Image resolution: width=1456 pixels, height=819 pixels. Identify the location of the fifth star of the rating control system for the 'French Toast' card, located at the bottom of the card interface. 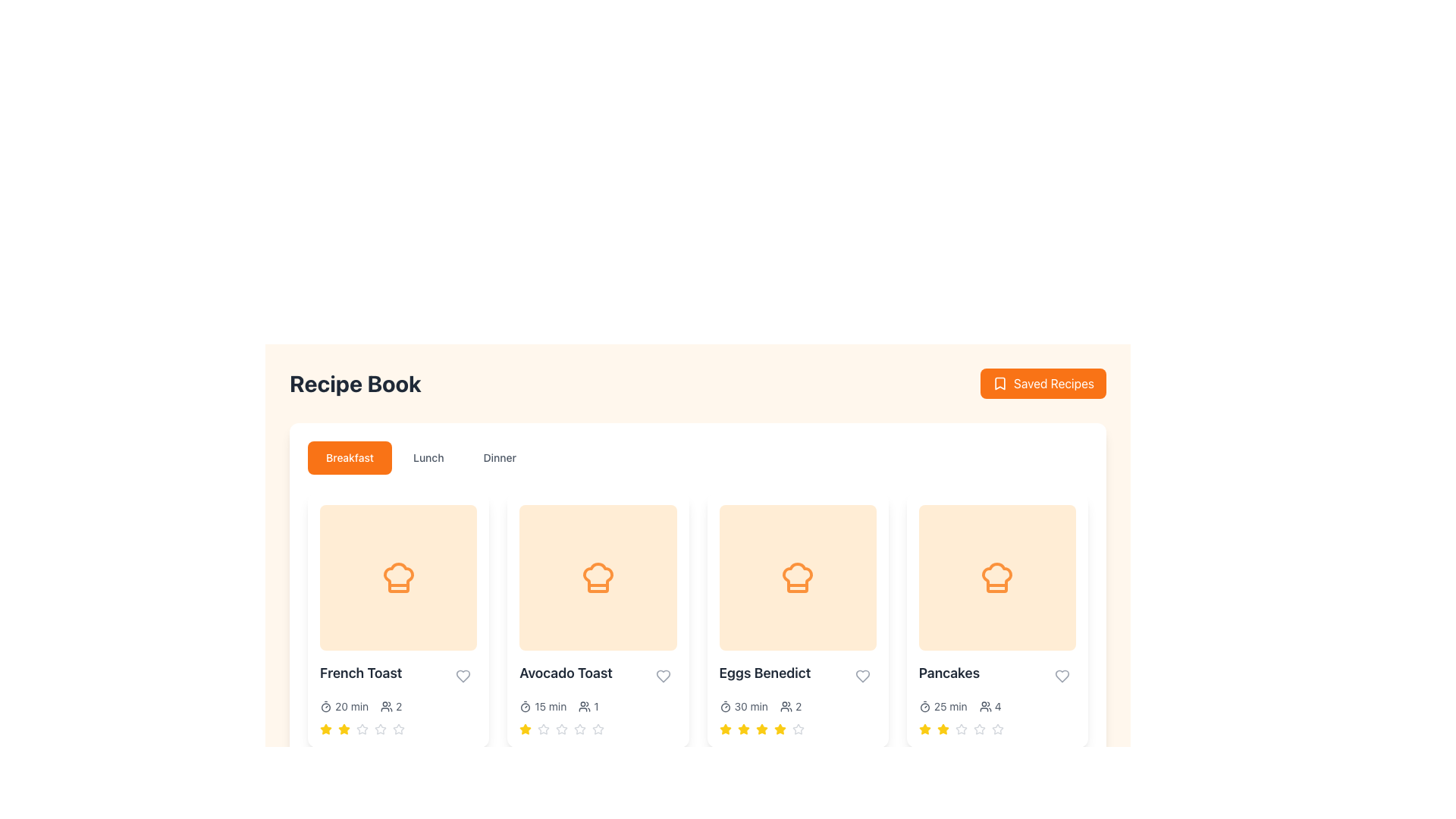
(398, 728).